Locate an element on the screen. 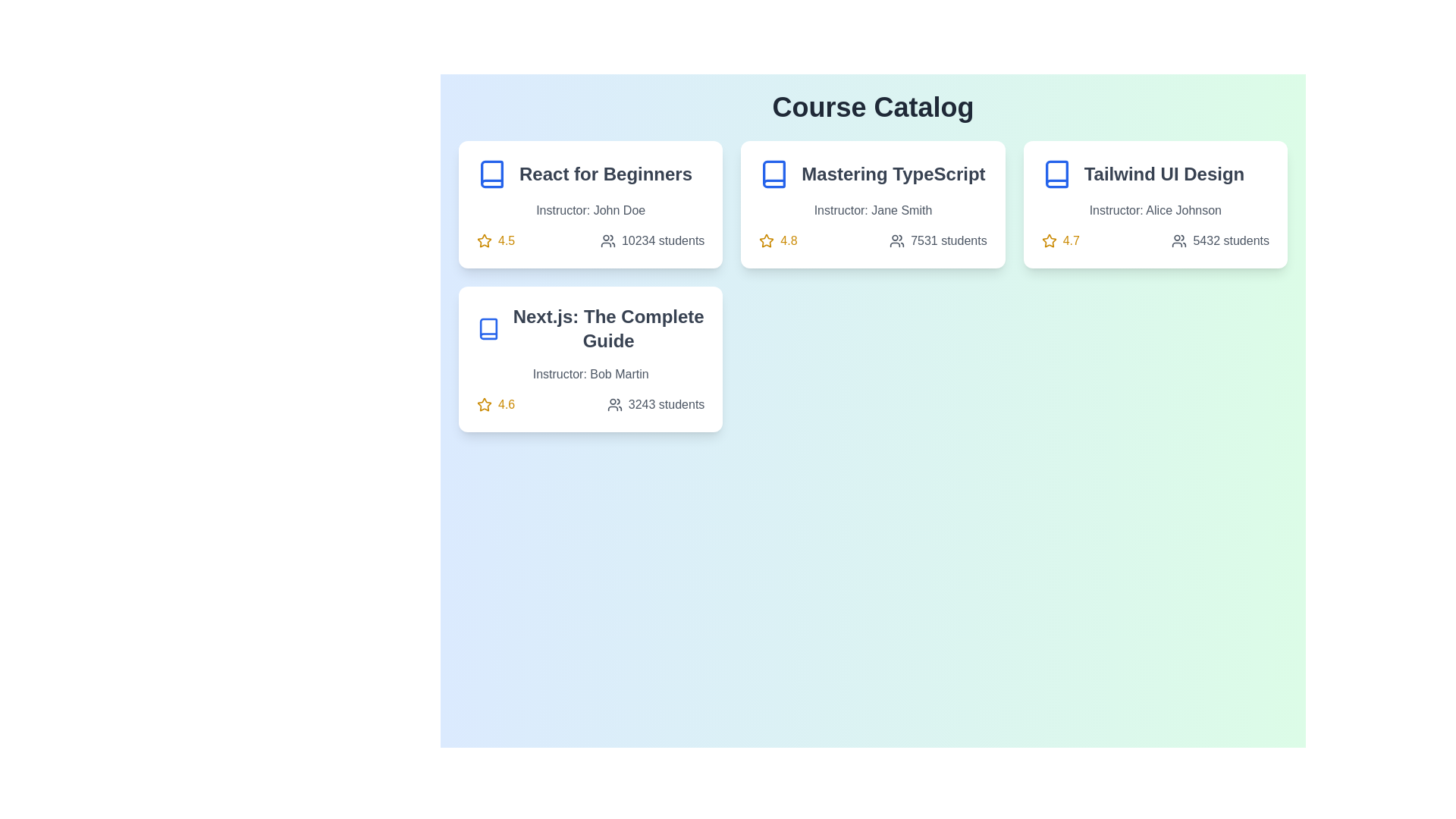  the star icon that symbolizes the rating of the course 'Mastering TypeScript', located to the left of the numeric rating value '4.8' is located at coordinates (767, 240).